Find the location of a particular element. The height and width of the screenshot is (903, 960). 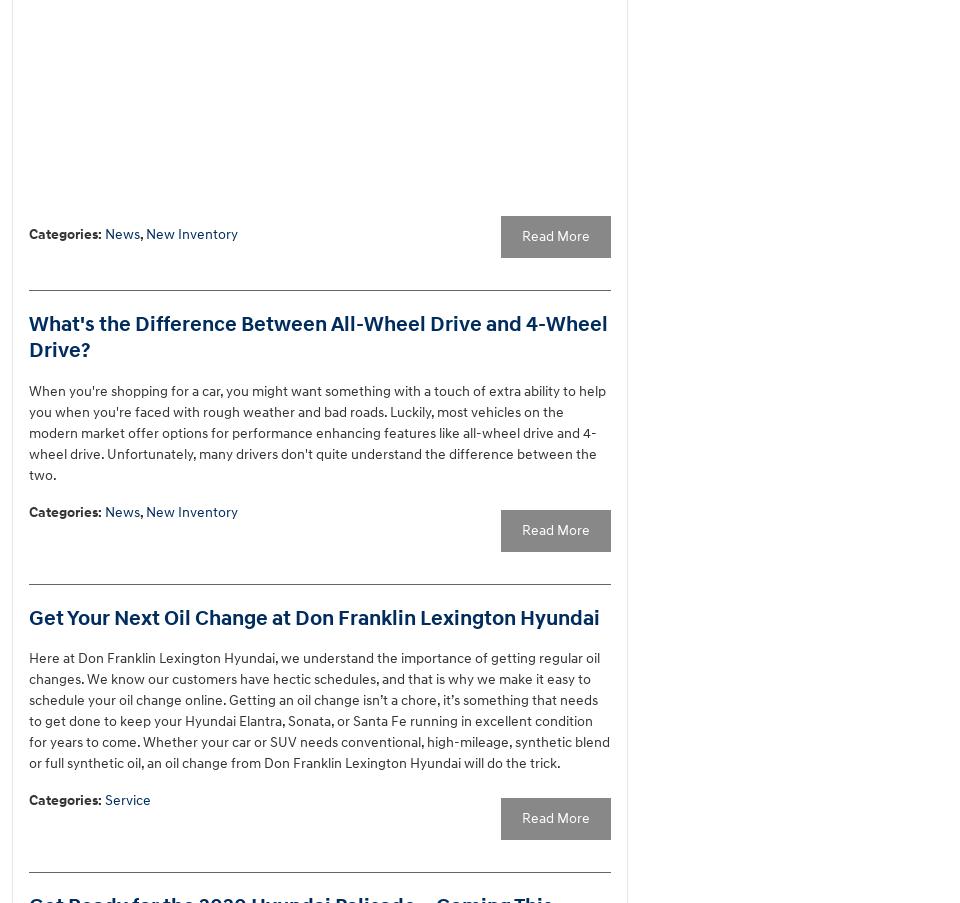

'Here at Don Franklin Lexington Hyundai, we understand the importance of getting regular oil changes. We know our customers have hectic schedules, and that is why we make it easy to schedule your oil change online. Getting an oil change isn’t a chore, it’s something that needs to get done to keep your Hyundai Elantra, Sonata, or Santa Fe running in excellent condition for years to come. Whether your car or SUV needs conventional, high-mileage, synthetic blend or full synthetic oil, an oil change from Don Franklin Lexington Hyundai will do the trick.' is located at coordinates (319, 710).